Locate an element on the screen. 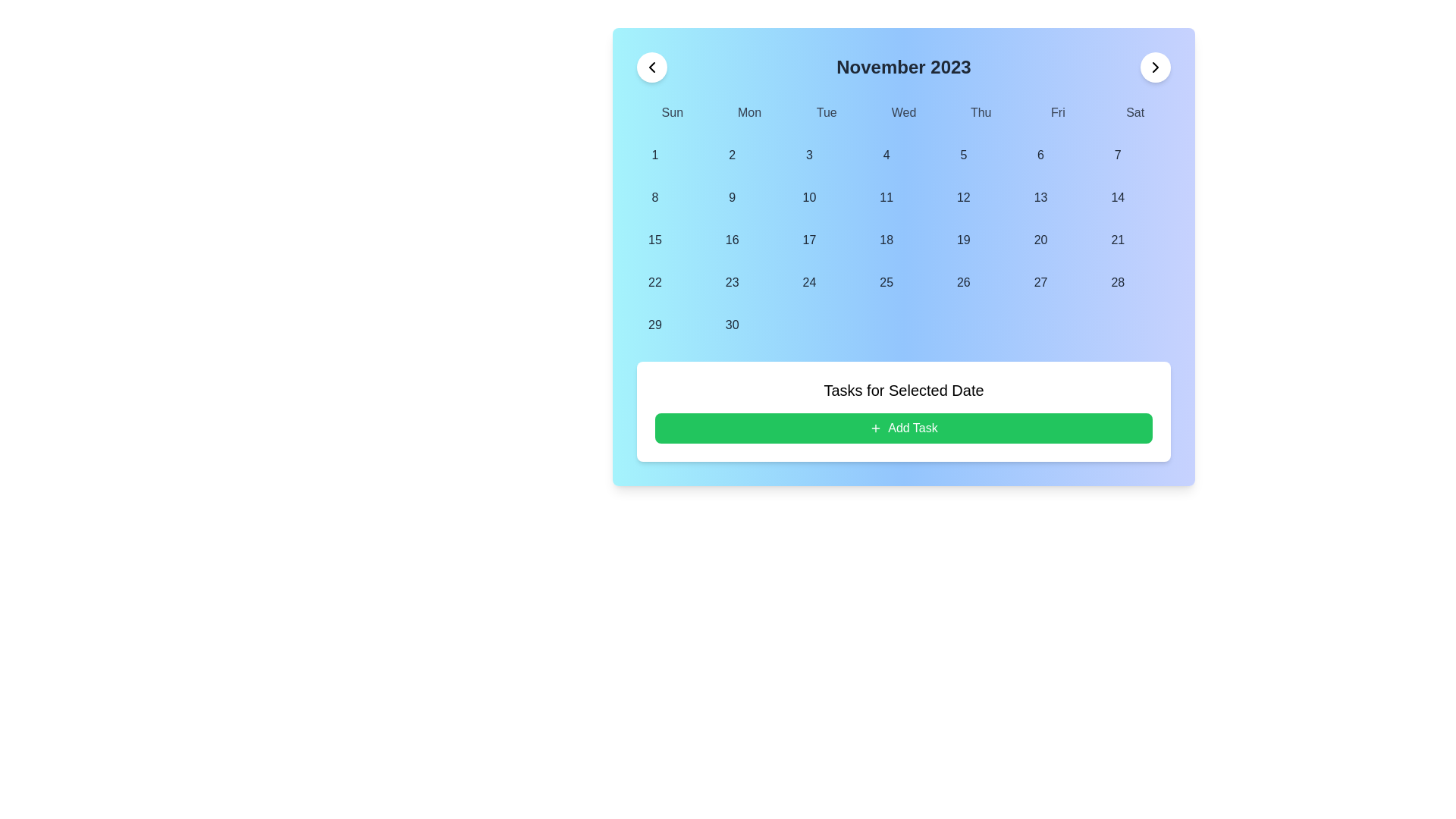  the Text Label Group displaying the days of the week, which is styled with medium font weight and a gray color, located below the title 'November 2023' is located at coordinates (903, 112).